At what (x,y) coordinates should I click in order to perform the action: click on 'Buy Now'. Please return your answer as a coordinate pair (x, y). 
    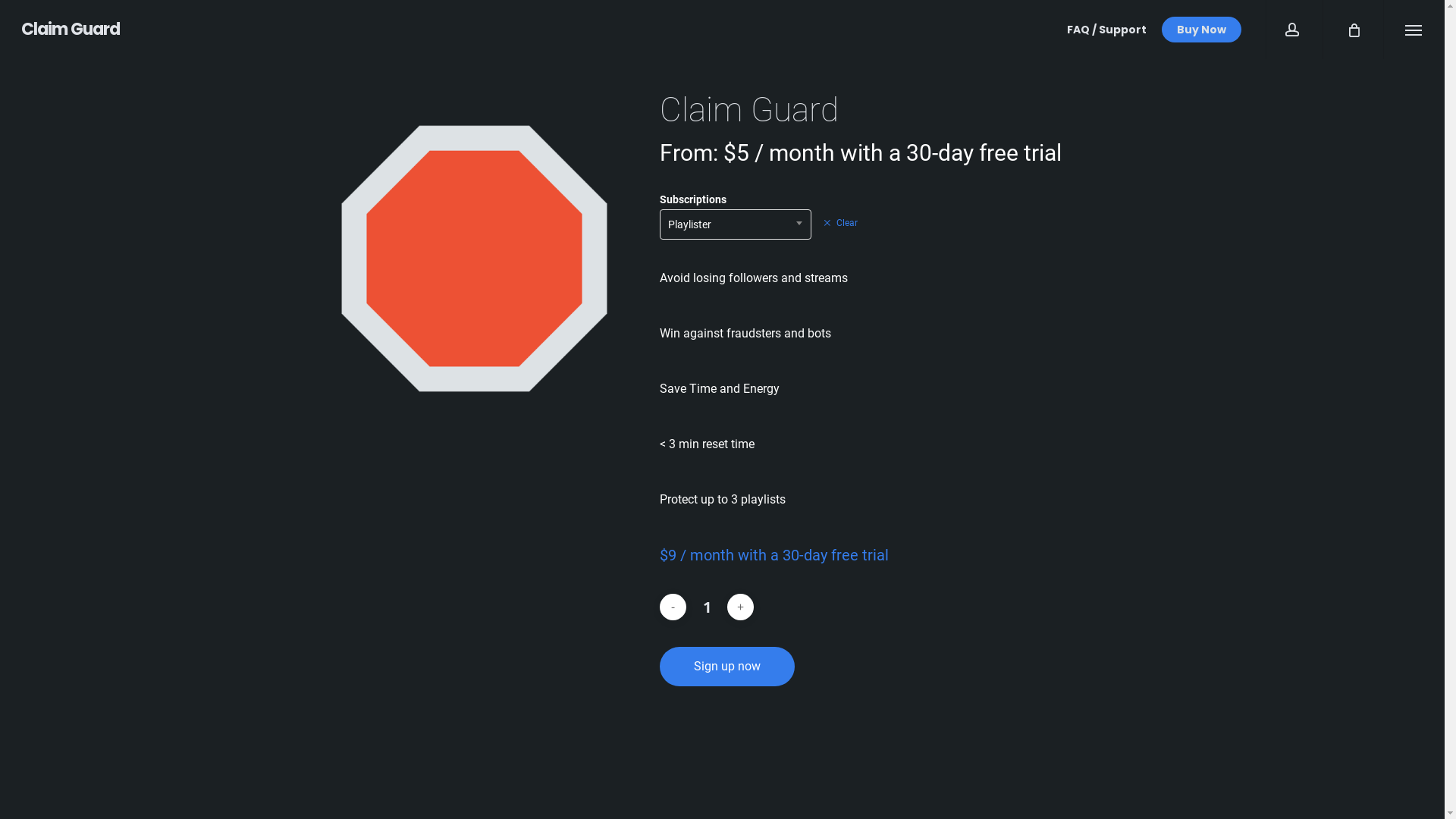
    Looking at the image, I should click on (1200, 29).